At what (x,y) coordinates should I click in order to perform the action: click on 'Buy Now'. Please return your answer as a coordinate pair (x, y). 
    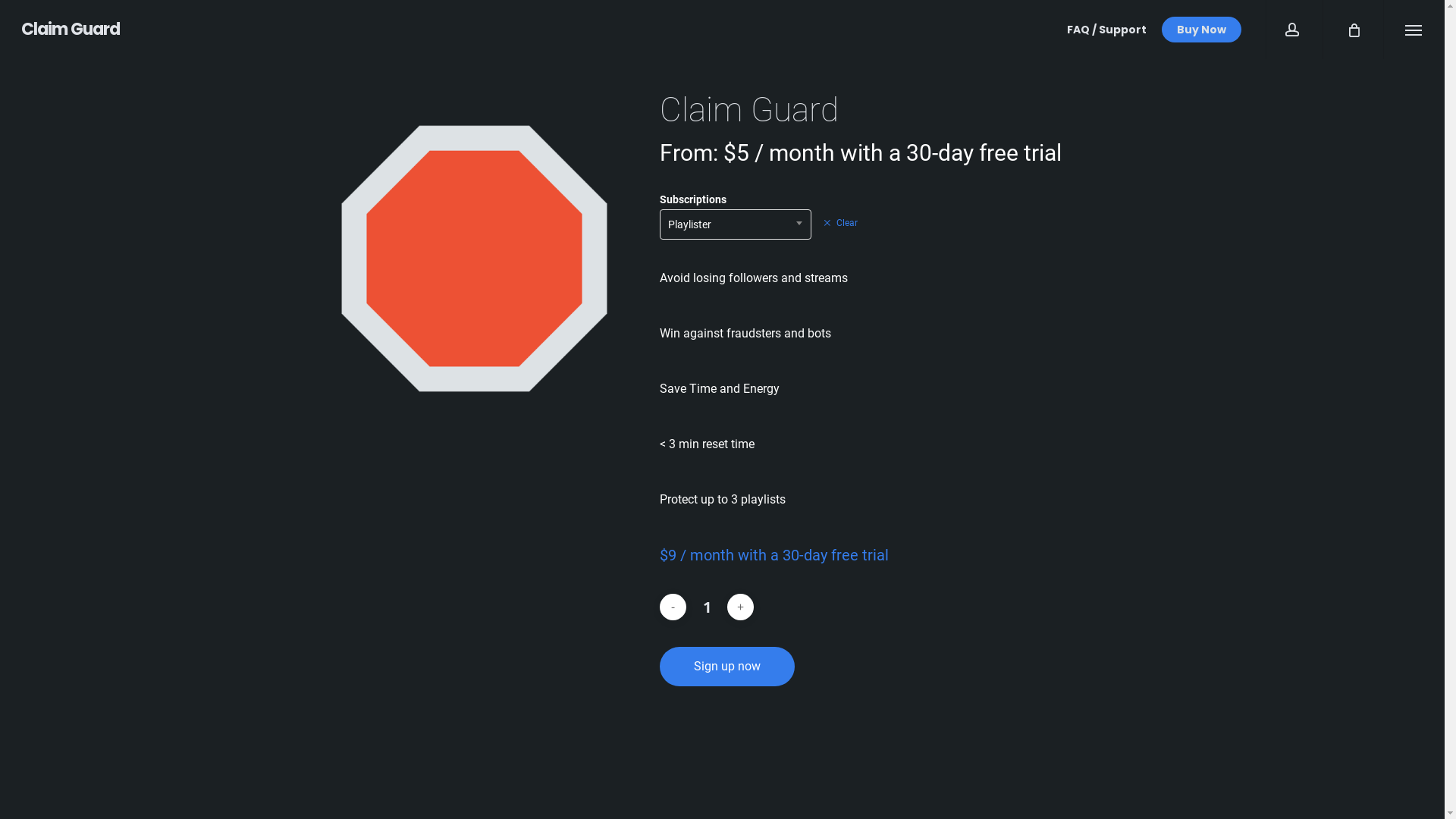
    Looking at the image, I should click on (1200, 29).